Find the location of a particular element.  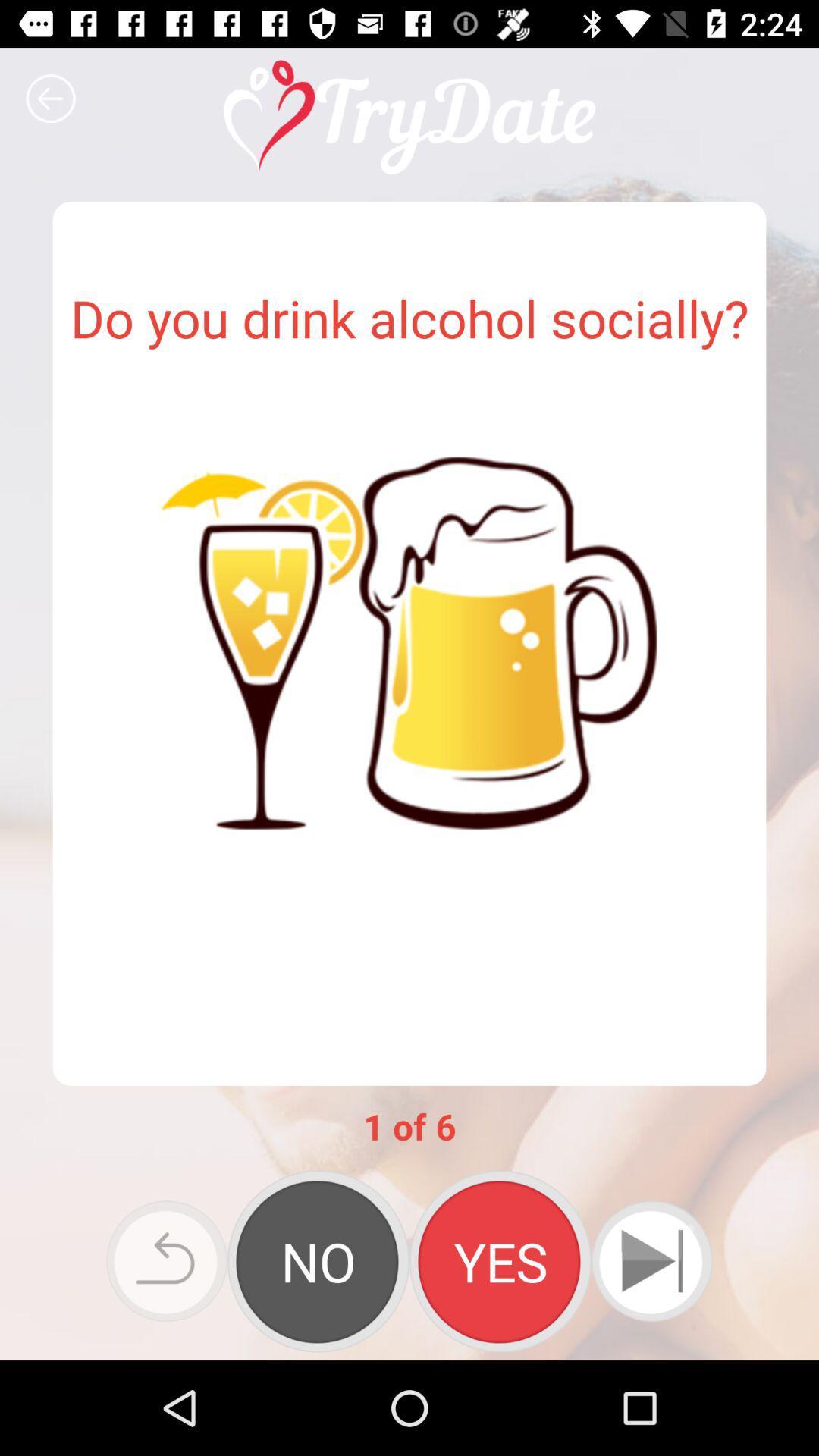

next button is located at coordinates (651, 1261).